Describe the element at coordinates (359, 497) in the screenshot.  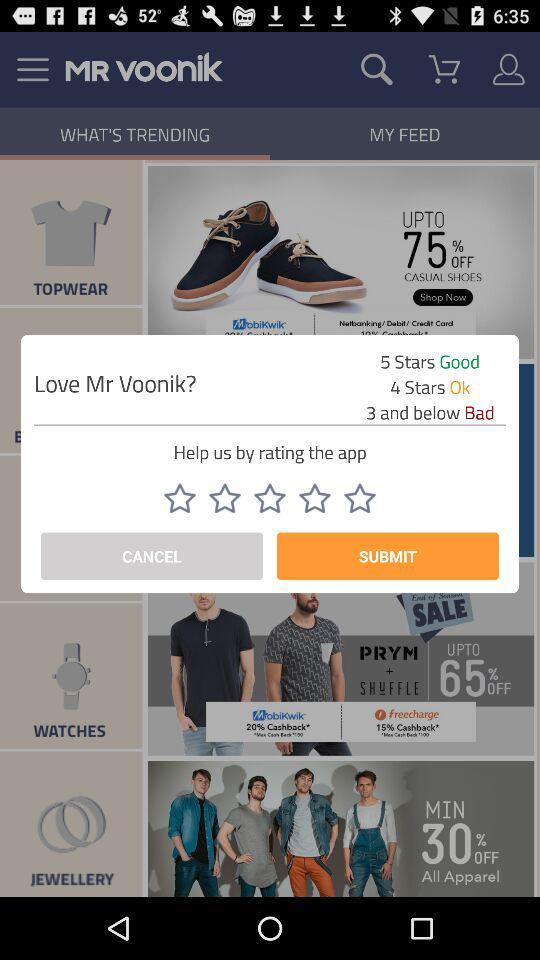
I see `the item below the help us by icon` at that location.